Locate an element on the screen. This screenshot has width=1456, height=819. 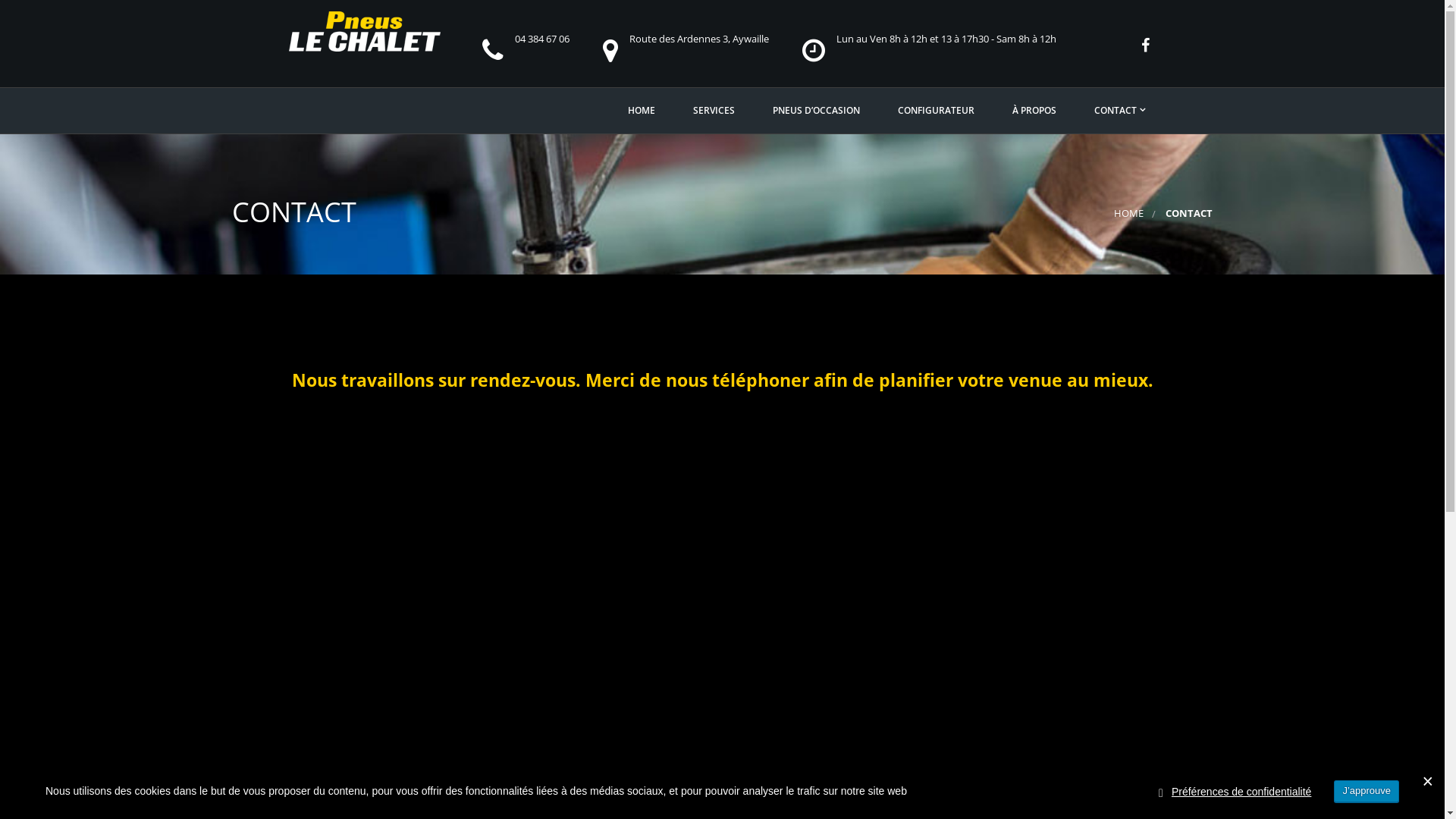
'Le chalet pneus' is located at coordinates (364, 31).